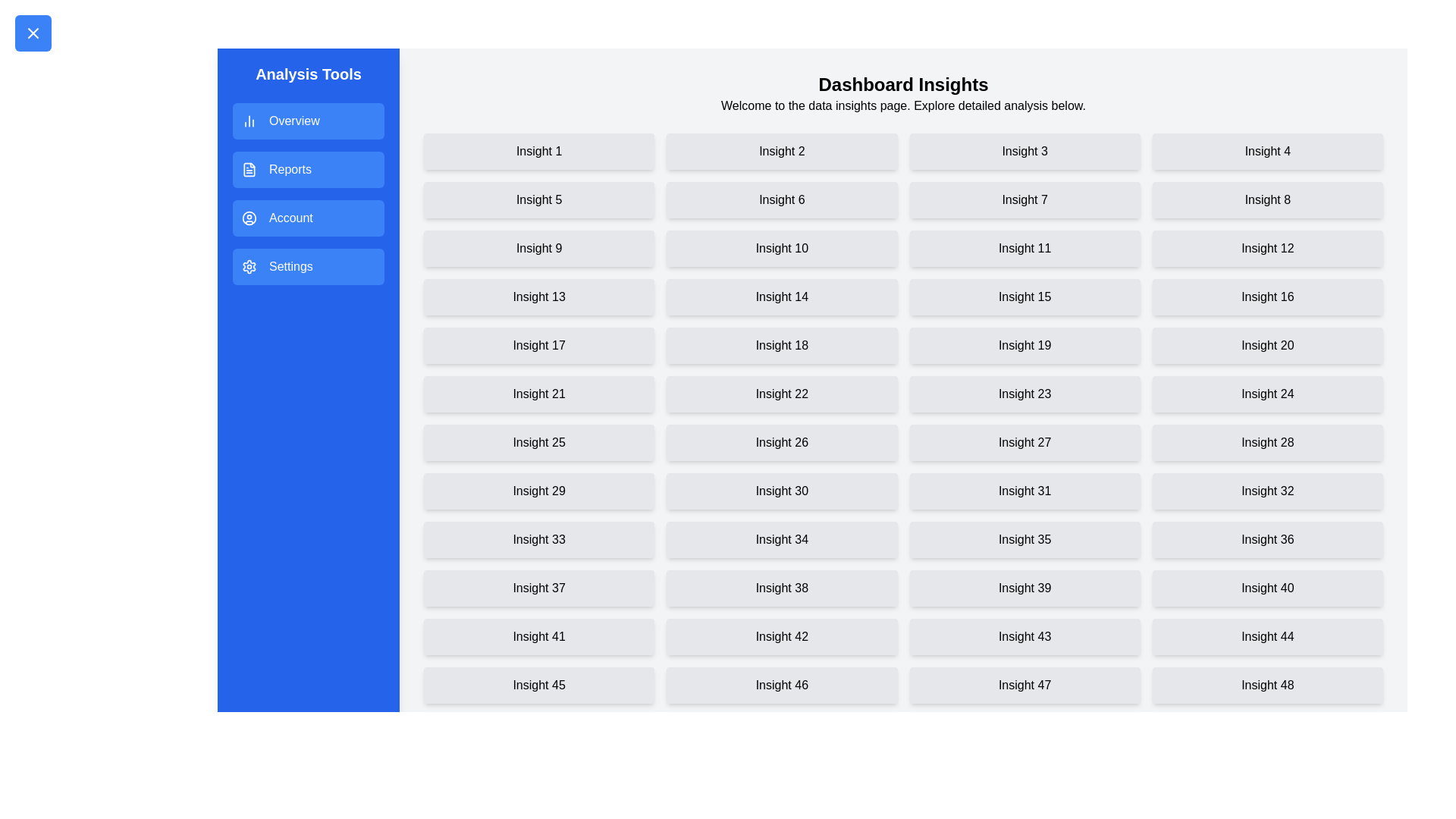 This screenshot has height=819, width=1456. Describe the element at coordinates (308, 218) in the screenshot. I see `the menu item Account in the drawer` at that location.